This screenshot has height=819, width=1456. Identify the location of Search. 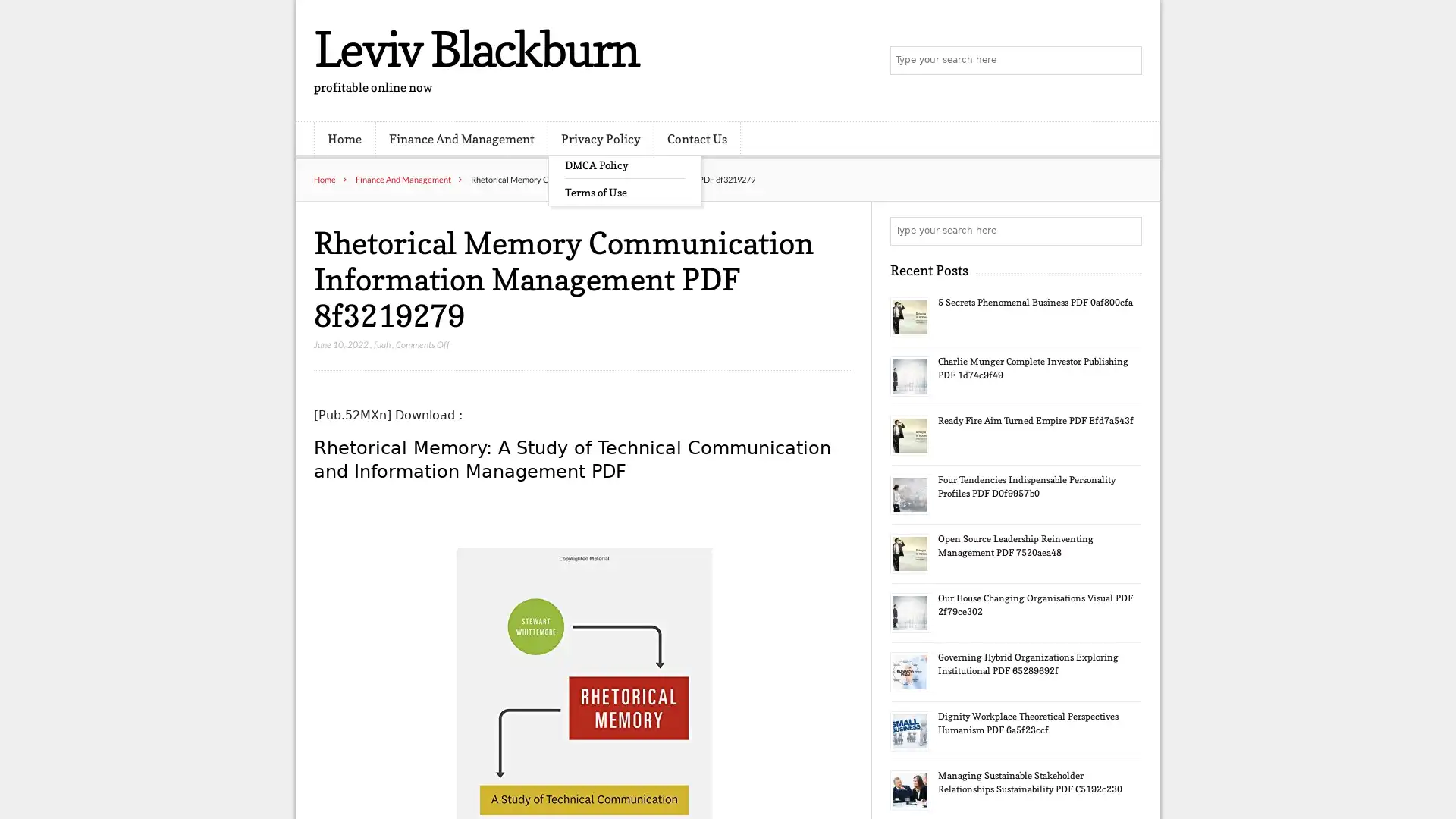
(1126, 61).